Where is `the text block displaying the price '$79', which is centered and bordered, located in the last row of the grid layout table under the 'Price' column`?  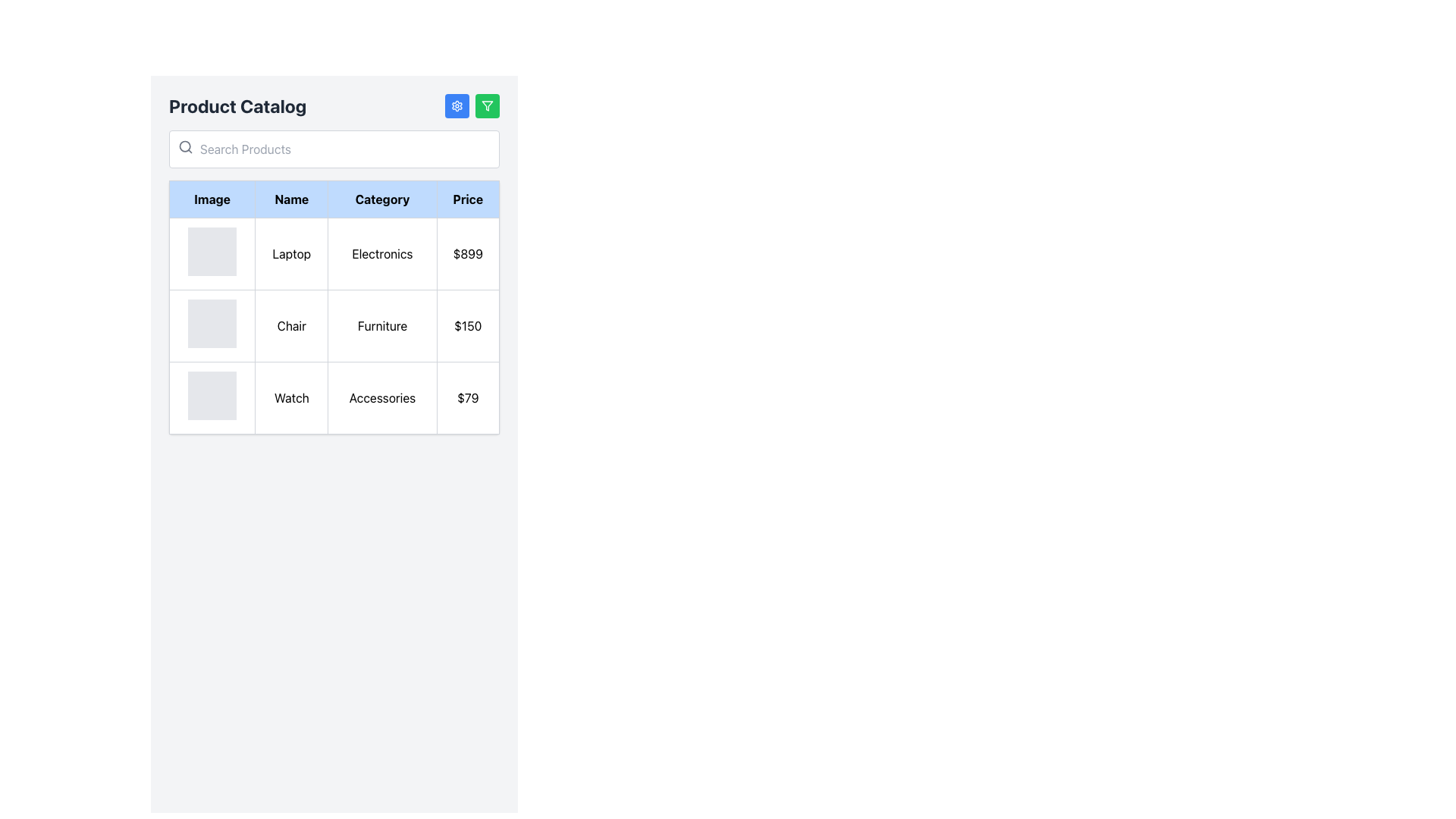
the text block displaying the price '$79', which is centered and bordered, located in the last row of the grid layout table under the 'Price' column is located at coordinates (467, 397).